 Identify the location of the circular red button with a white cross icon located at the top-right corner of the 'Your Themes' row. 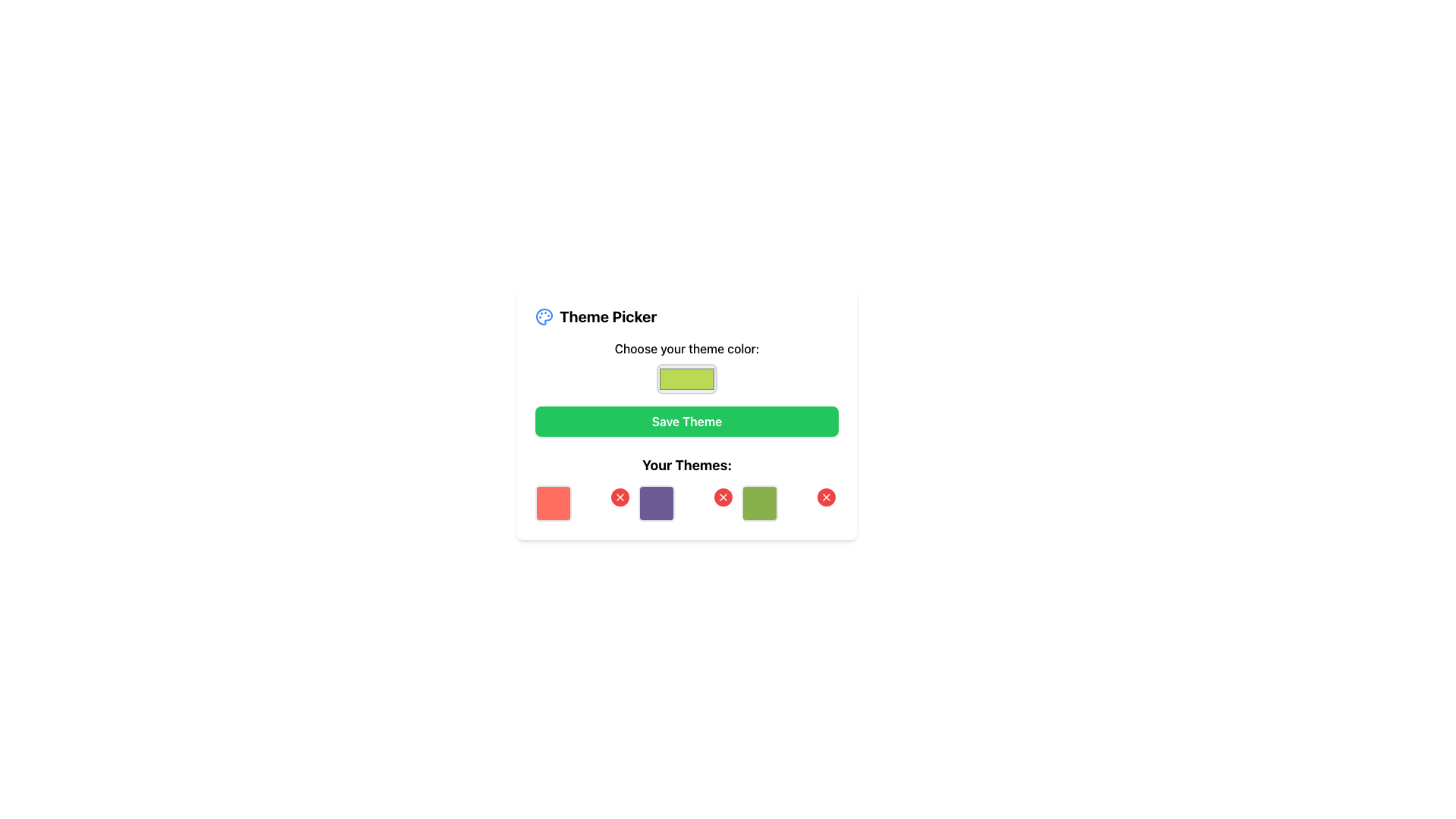
(723, 497).